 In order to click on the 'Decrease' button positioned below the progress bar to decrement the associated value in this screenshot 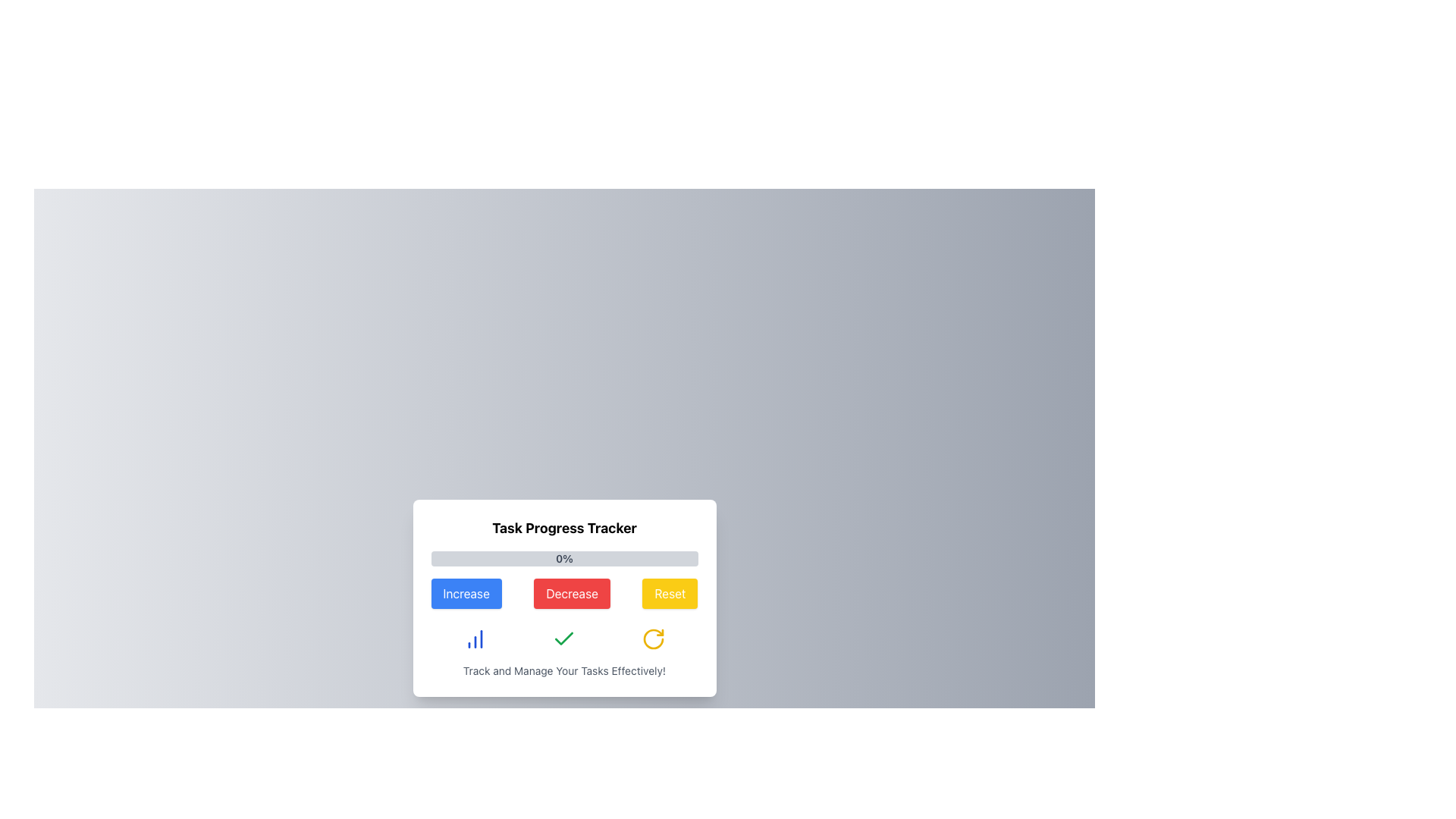, I will do `click(563, 598)`.